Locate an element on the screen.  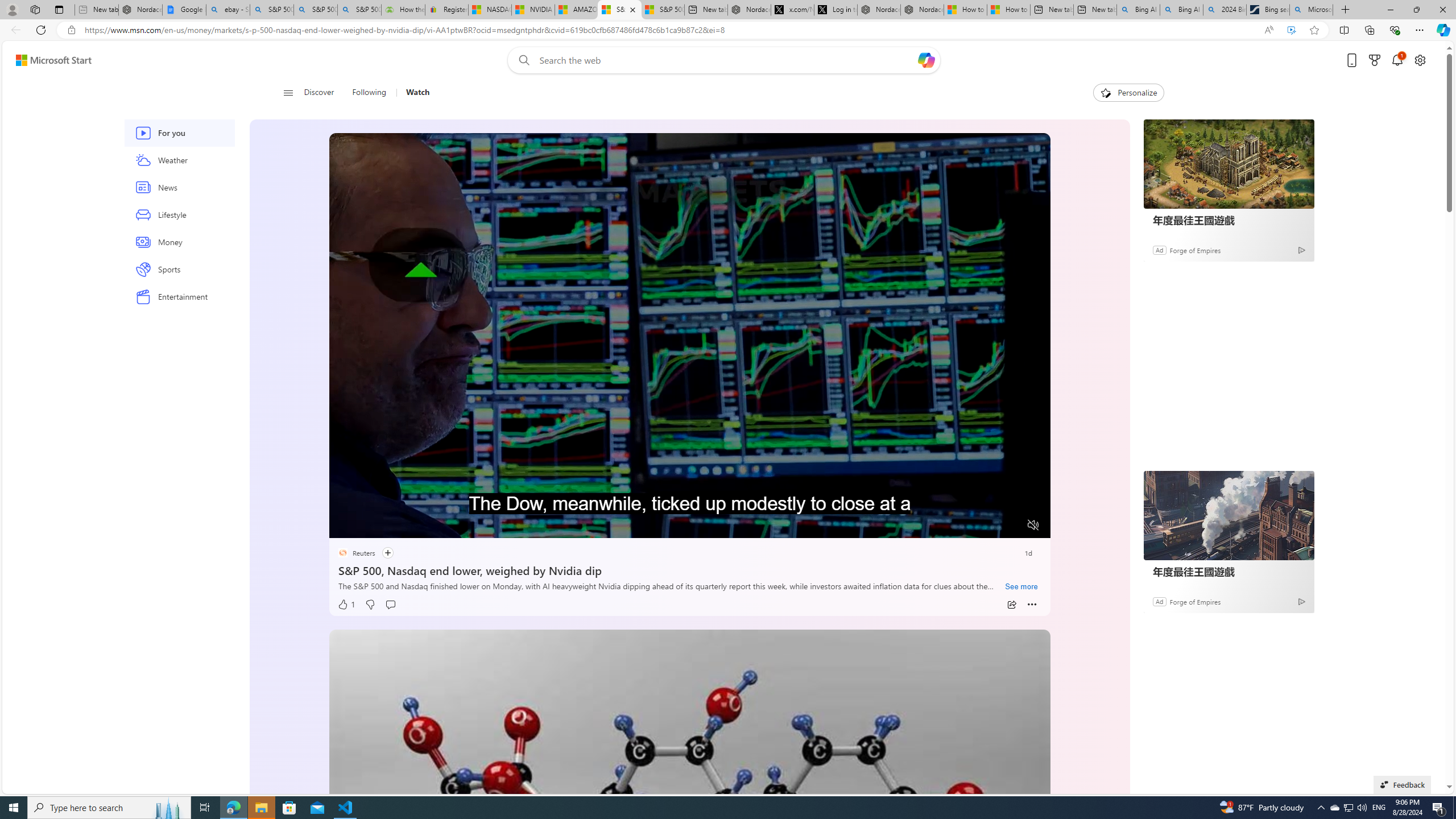
'Register: Create a personal eBay account' is located at coordinates (446, 9).